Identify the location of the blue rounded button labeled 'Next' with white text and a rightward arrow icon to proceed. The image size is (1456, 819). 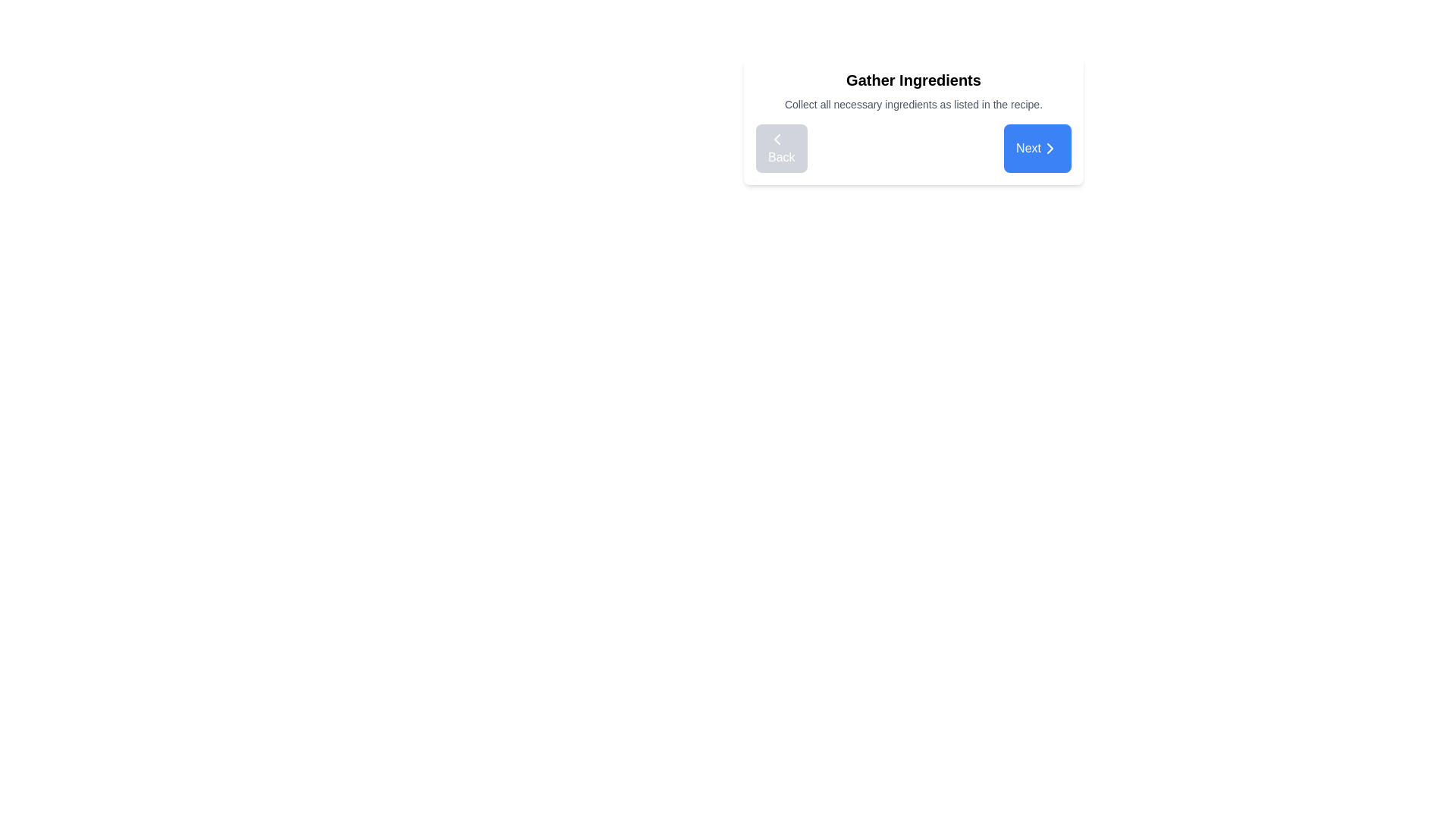
(1037, 149).